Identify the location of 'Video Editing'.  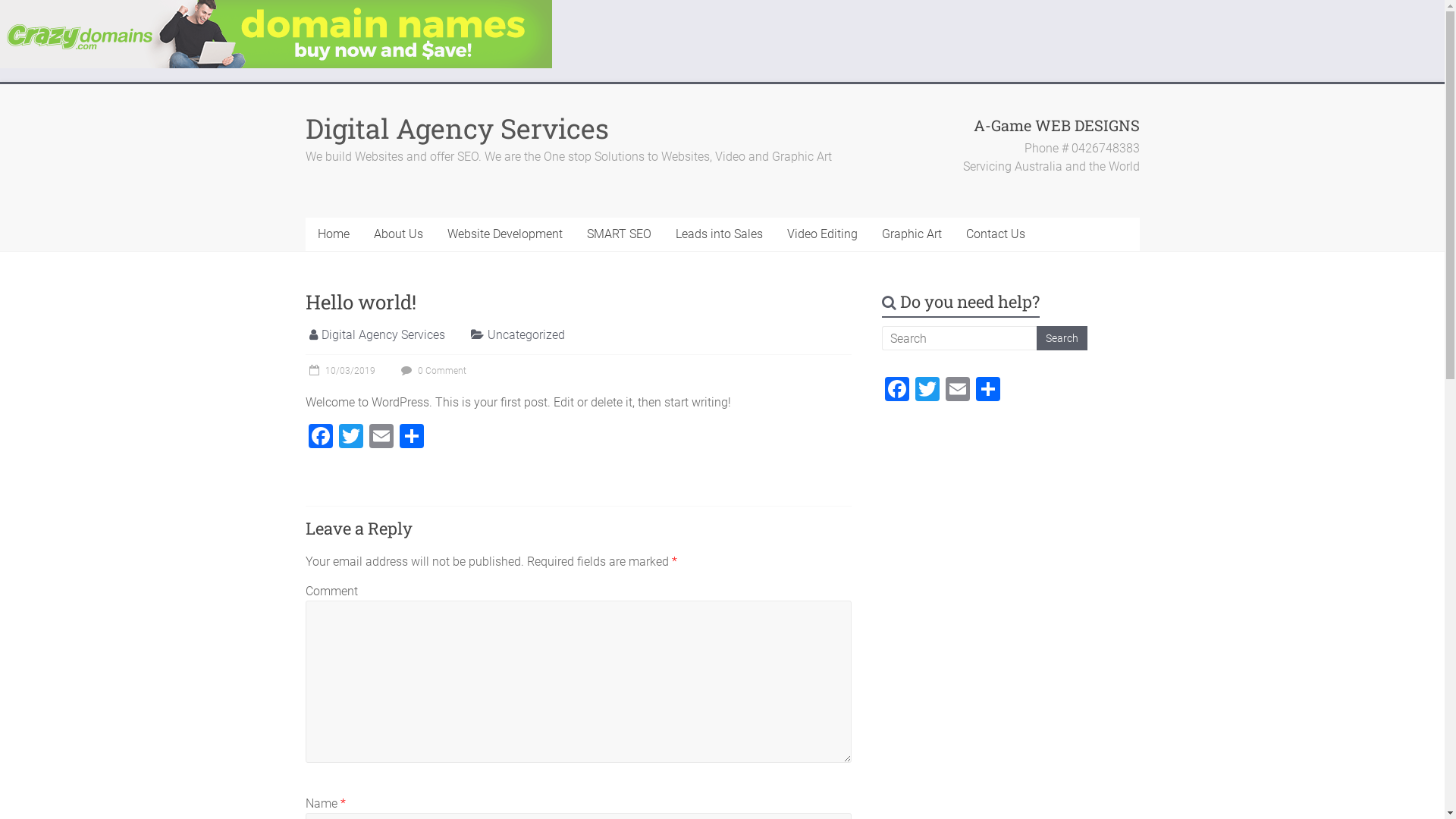
(775, 234).